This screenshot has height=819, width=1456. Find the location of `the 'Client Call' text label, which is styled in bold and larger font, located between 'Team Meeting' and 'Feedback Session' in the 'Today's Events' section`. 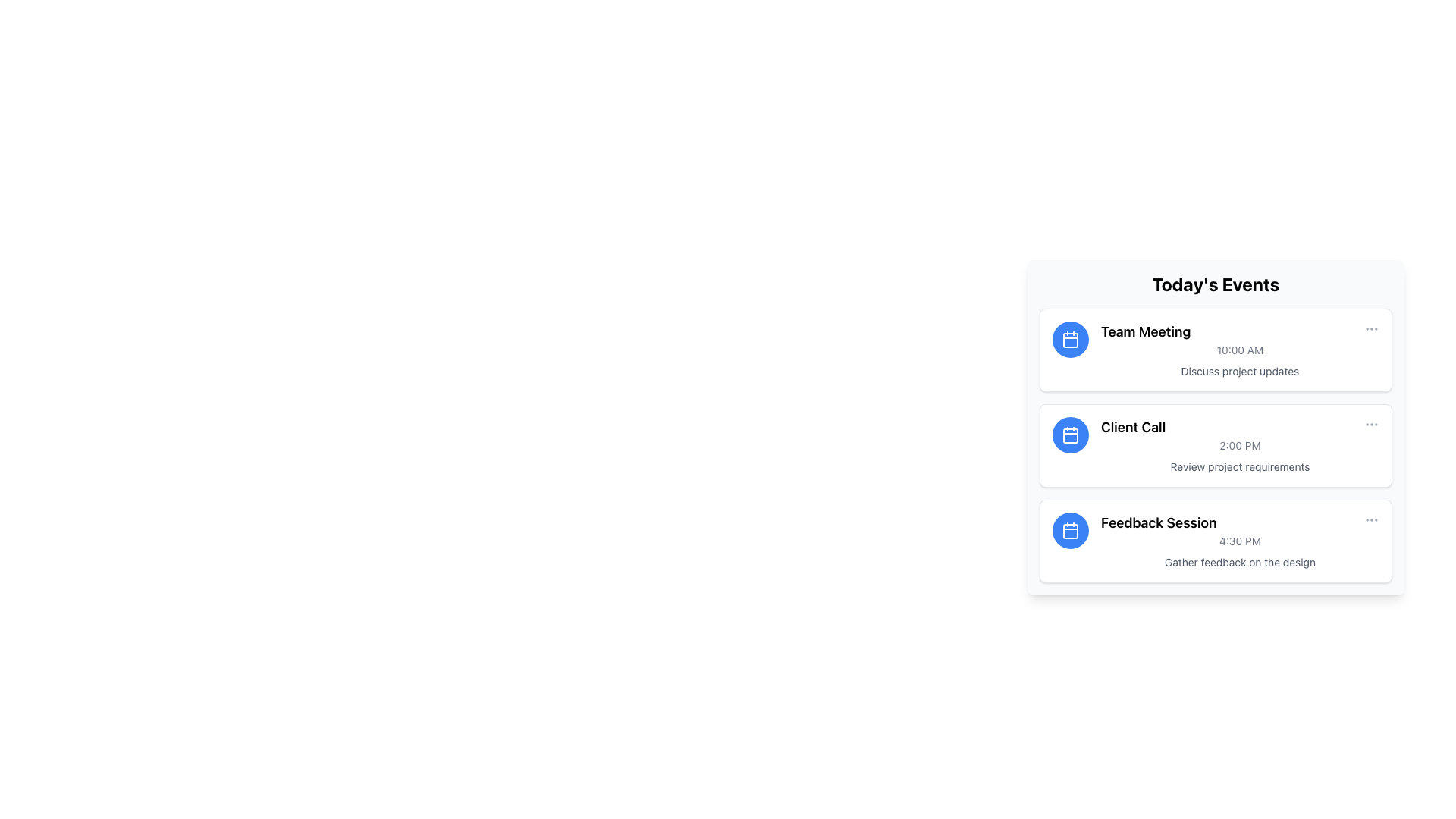

the 'Client Call' text label, which is styled in bold and larger font, located between 'Team Meeting' and 'Feedback Session' in the 'Today's Events' section is located at coordinates (1133, 427).